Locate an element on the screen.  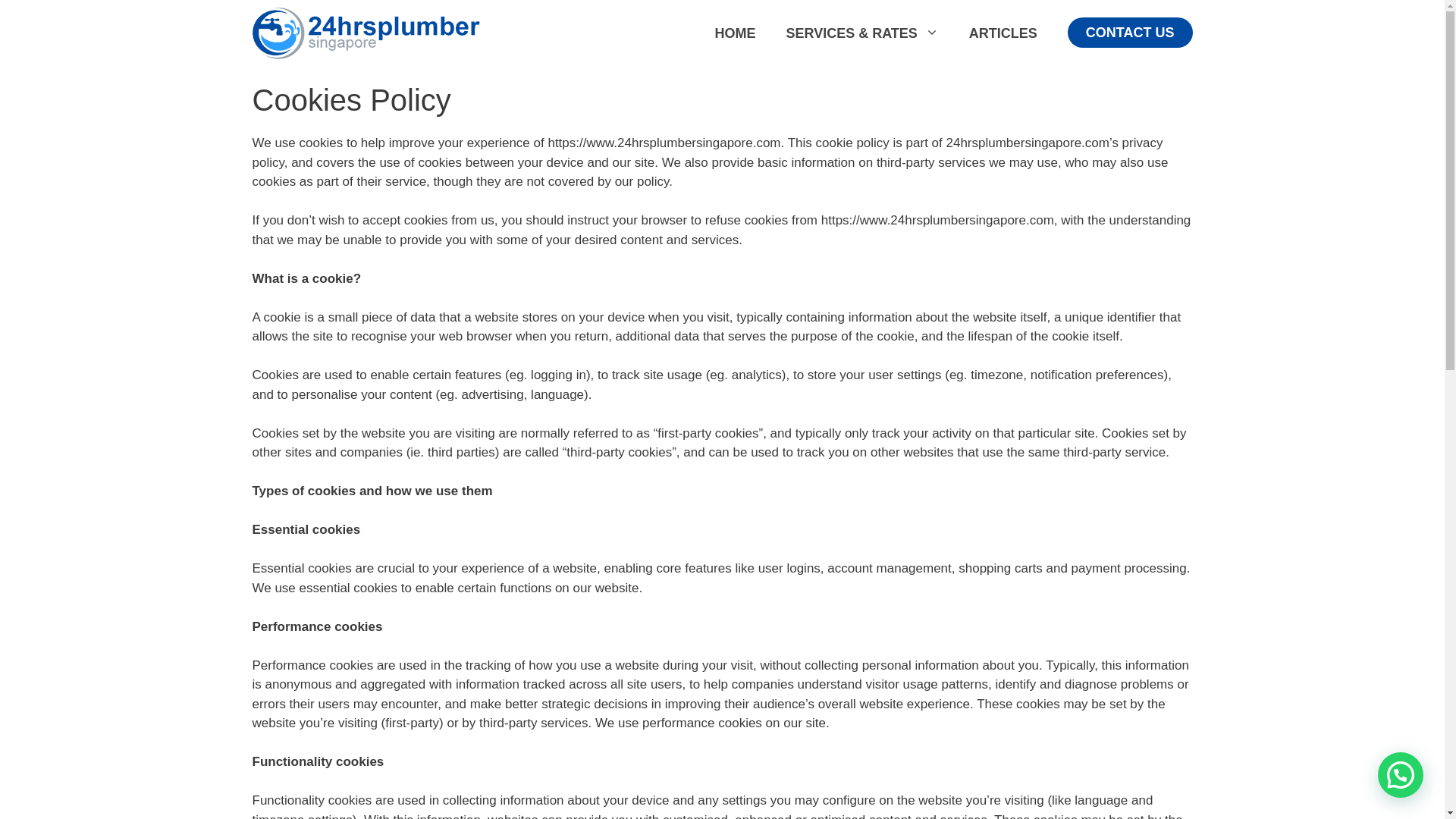
'CONTACT US' is located at coordinates (1130, 32).